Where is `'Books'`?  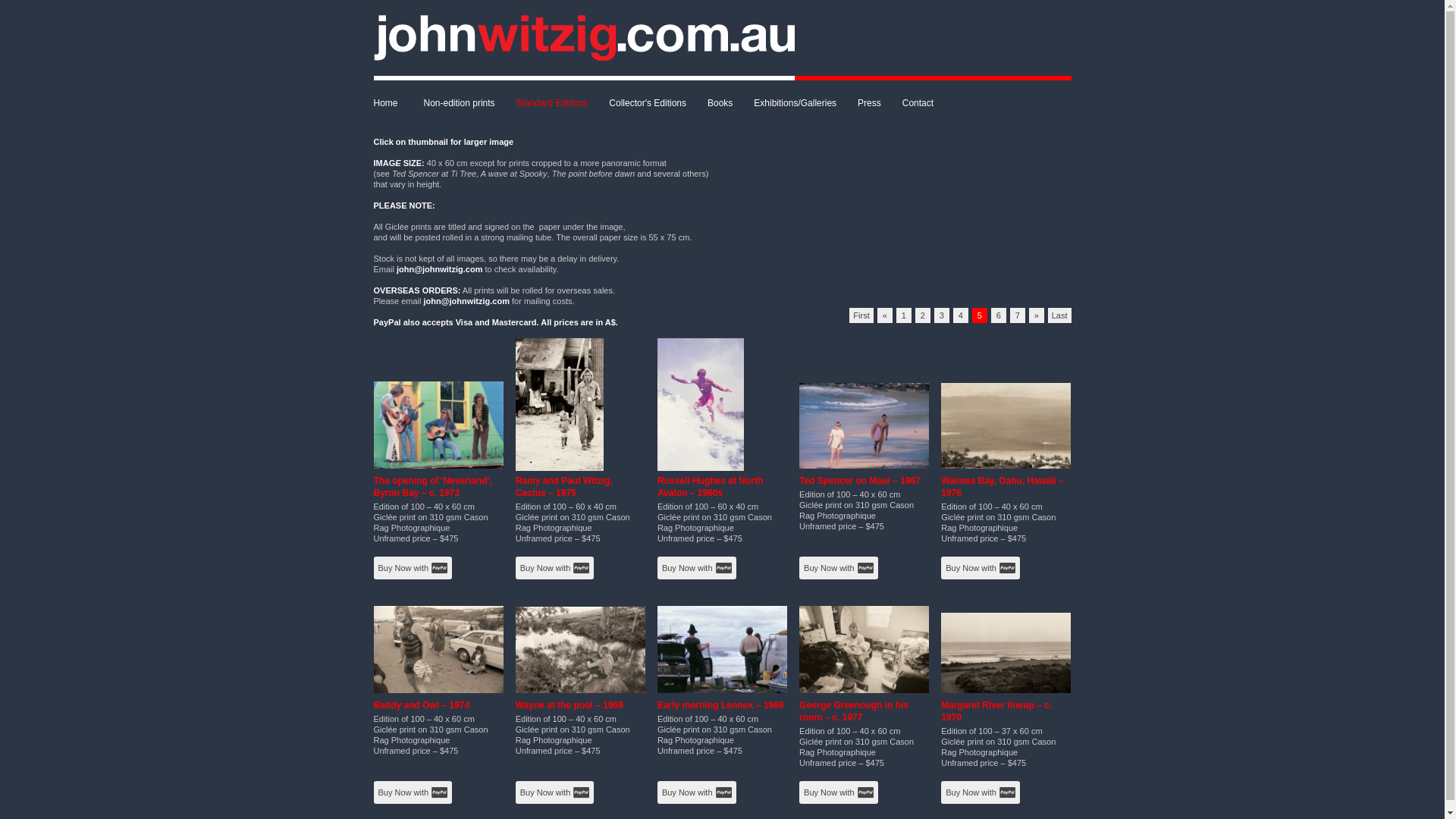 'Books' is located at coordinates (719, 102).